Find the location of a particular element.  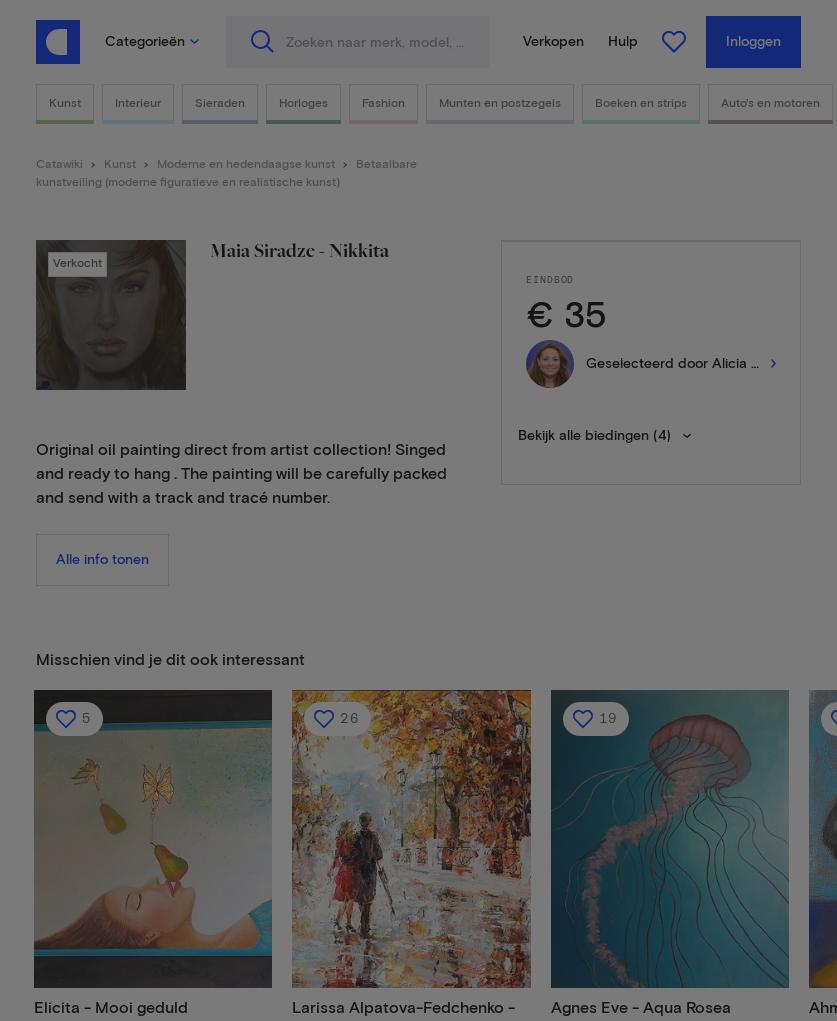

'Auto's en motoren' is located at coordinates (769, 102).